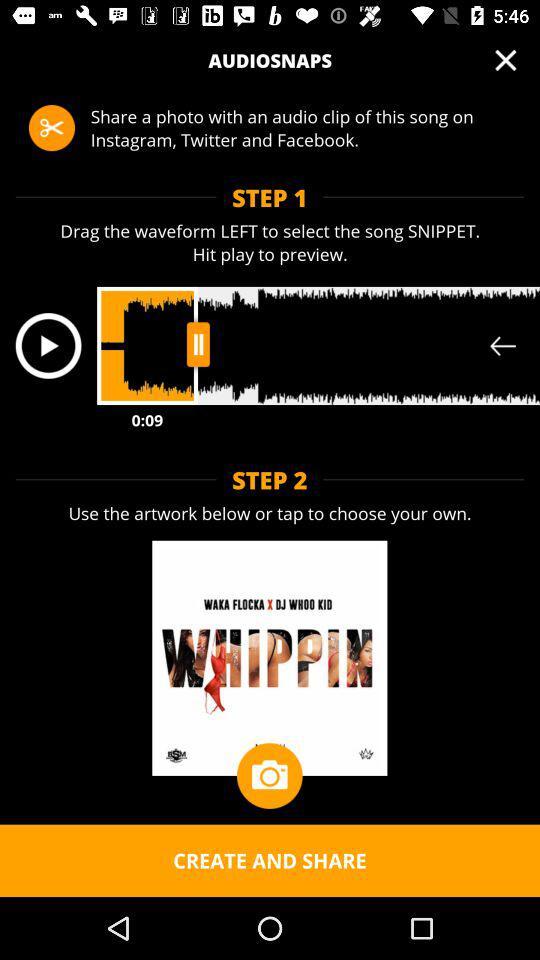  What do you see at coordinates (48, 345) in the screenshot?
I see `the play icon` at bounding box center [48, 345].